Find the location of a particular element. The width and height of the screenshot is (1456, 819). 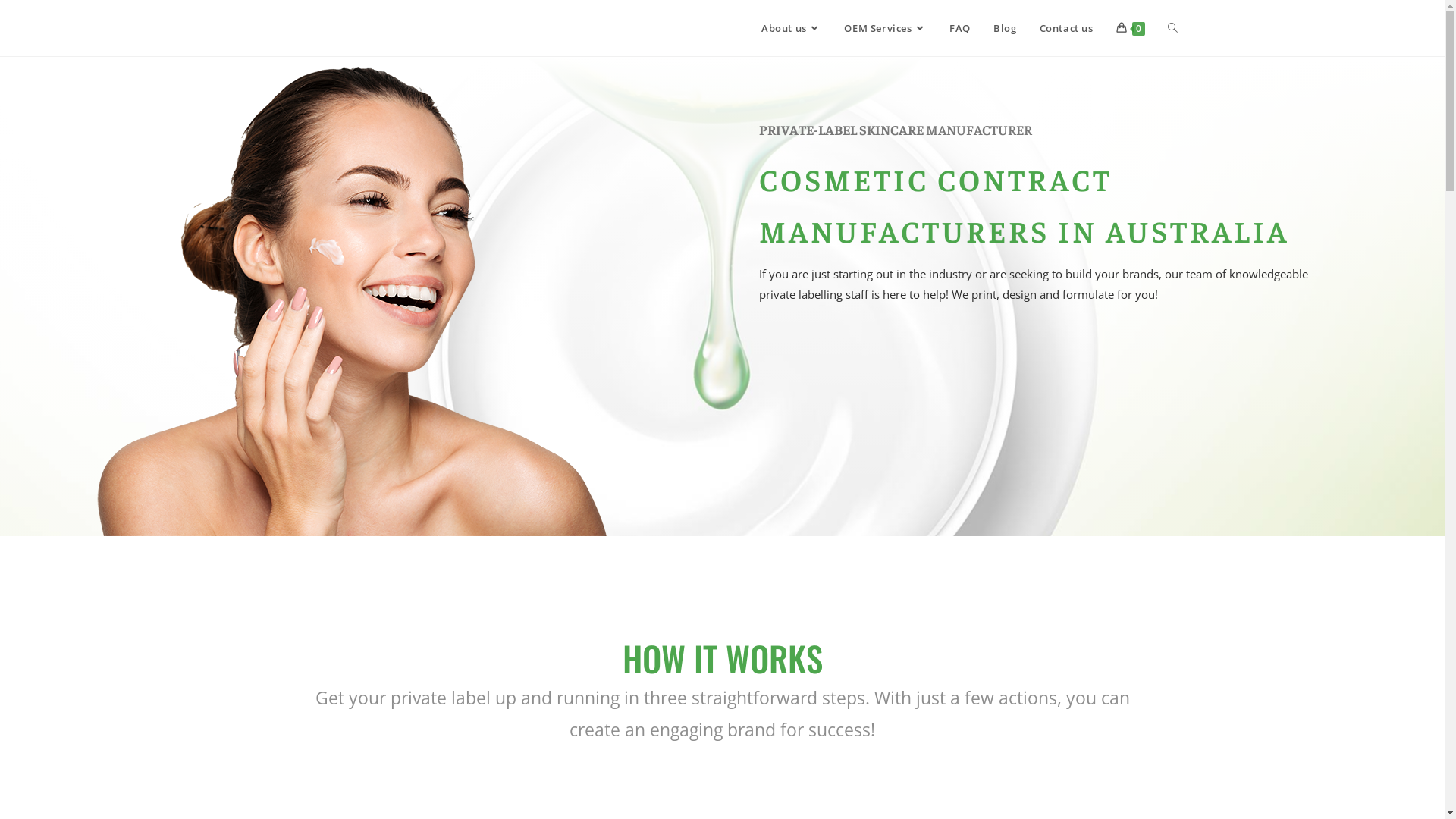

'OEM Services' is located at coordinates (885, 28).